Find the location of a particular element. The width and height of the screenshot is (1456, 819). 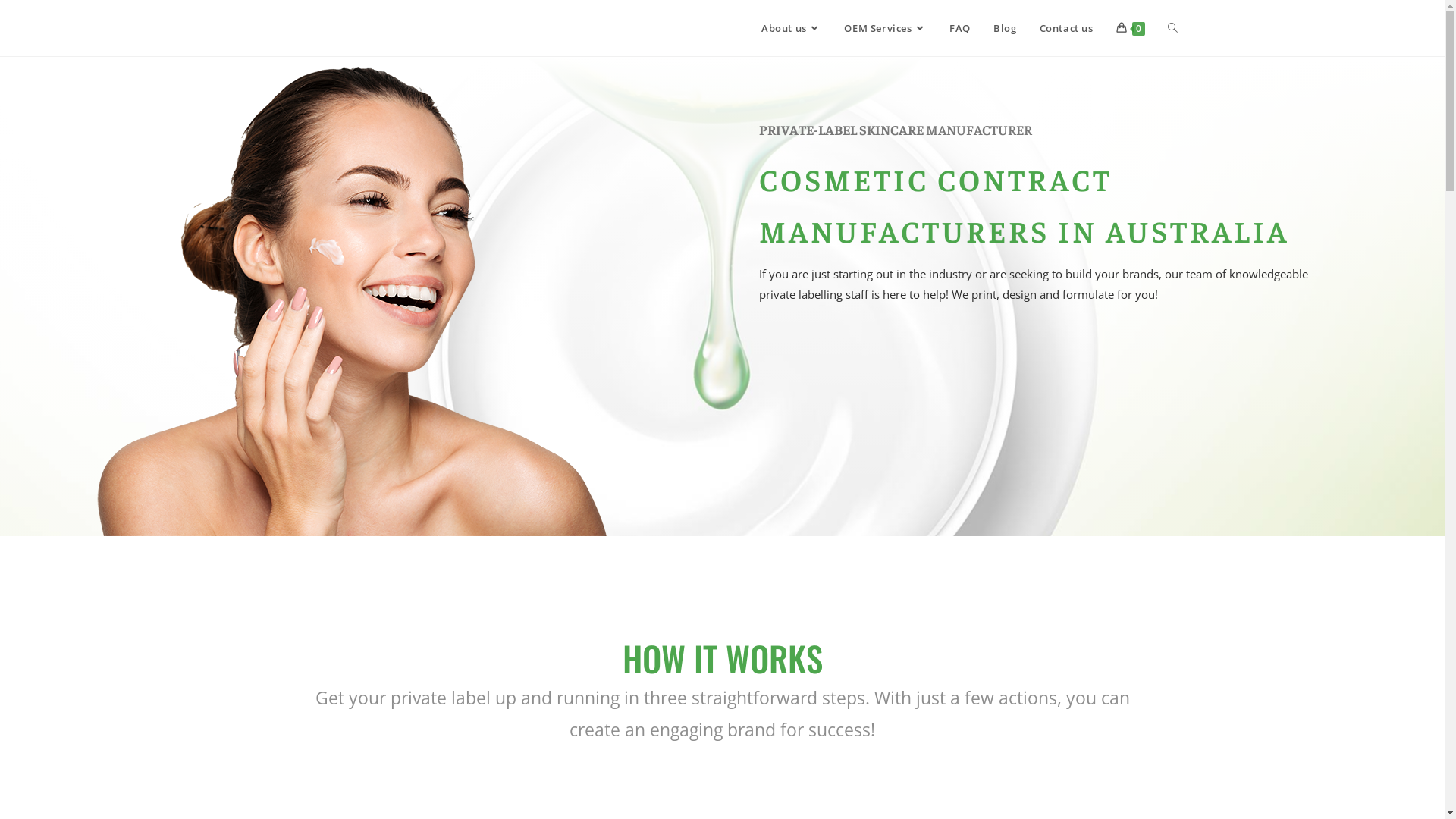

'OEM Services' is located at coordinates (885, 28).